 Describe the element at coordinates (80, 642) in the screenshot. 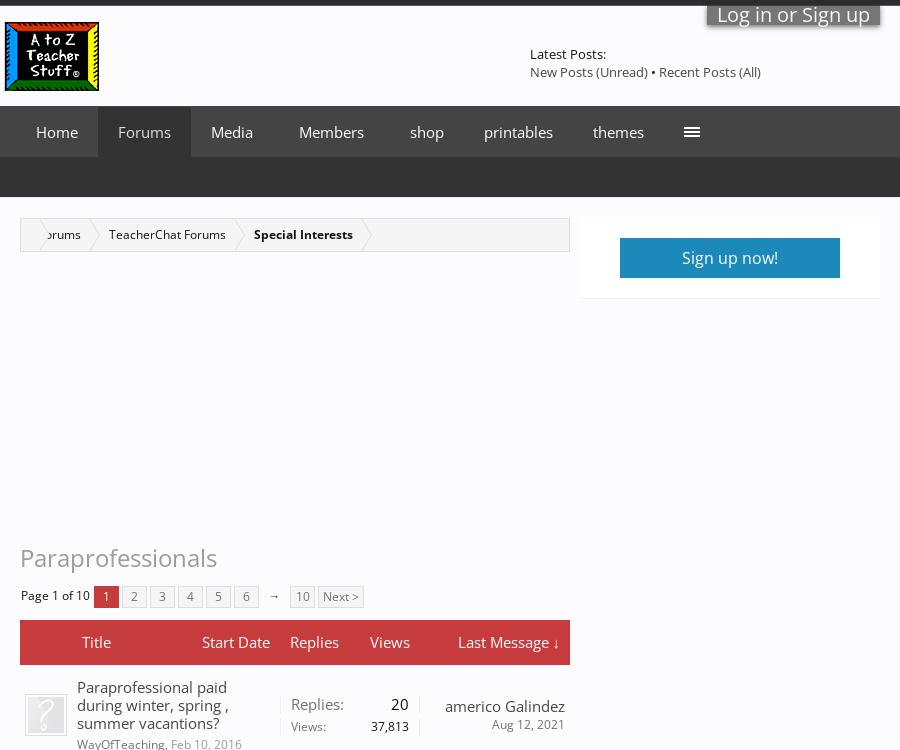

I see `'Title'` at that location.